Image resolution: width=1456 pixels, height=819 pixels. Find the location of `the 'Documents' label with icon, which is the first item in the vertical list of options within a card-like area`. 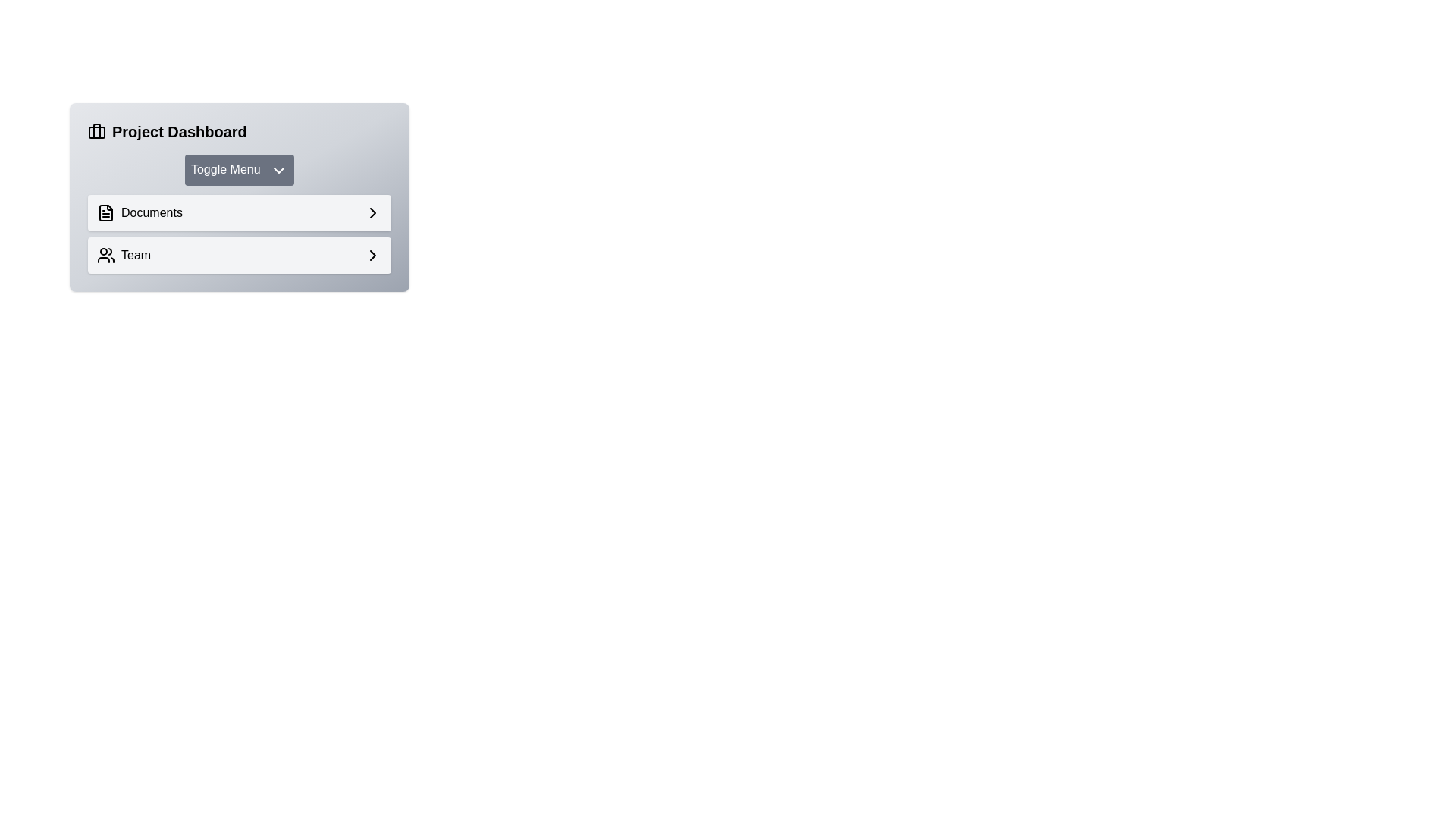

the 'Documents' label with icon, which is the first item in the vertical list of options within a card-like area is located at coordinates (140, 212).